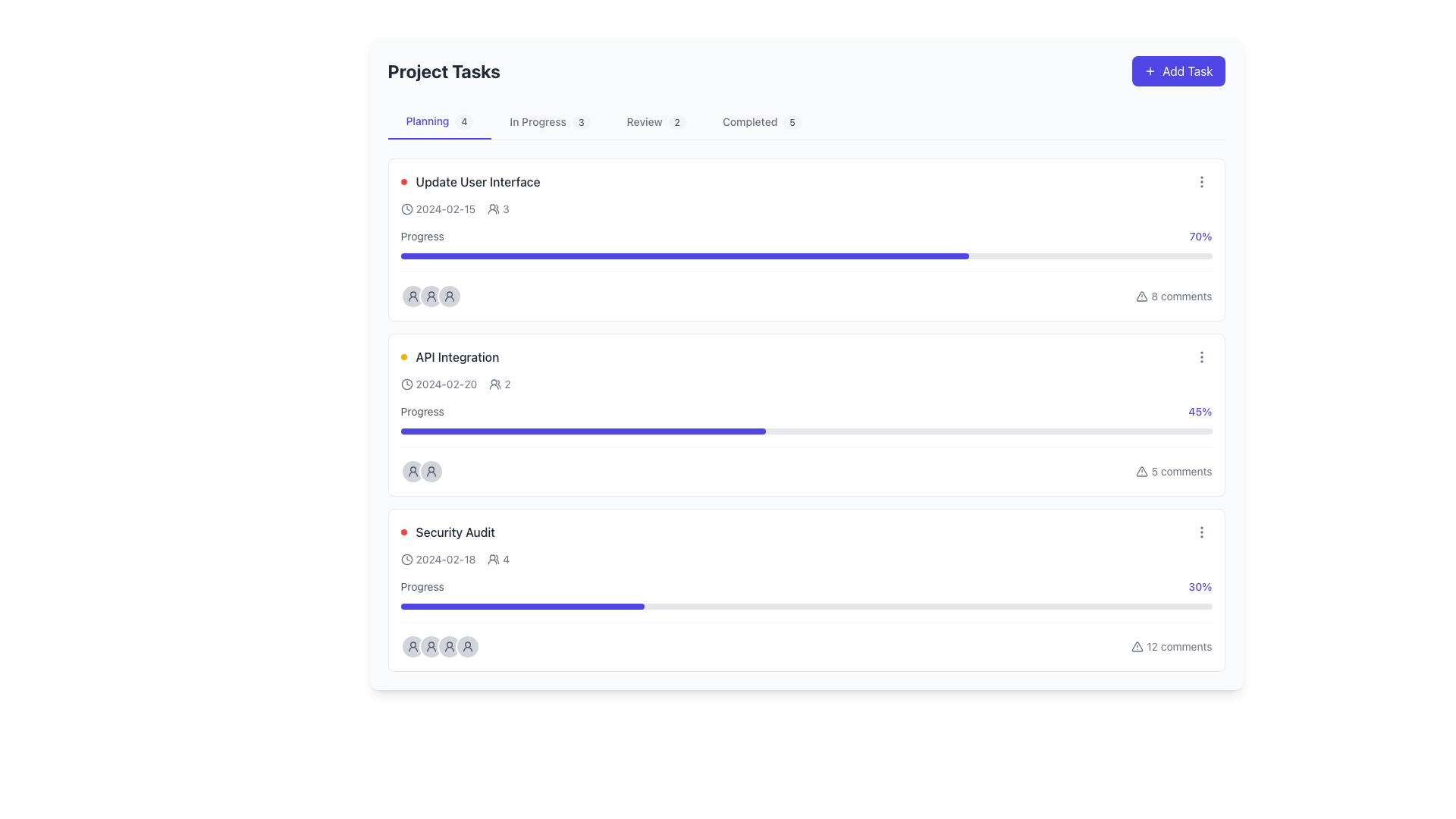 This screenshot has height=819, width=1456. What do you see at coordinates (805, 243) in the screenshot?
I see `the progress bar with label and percentage indicator located in the 'Update User Interface' card` at bounding box center [805, 243].